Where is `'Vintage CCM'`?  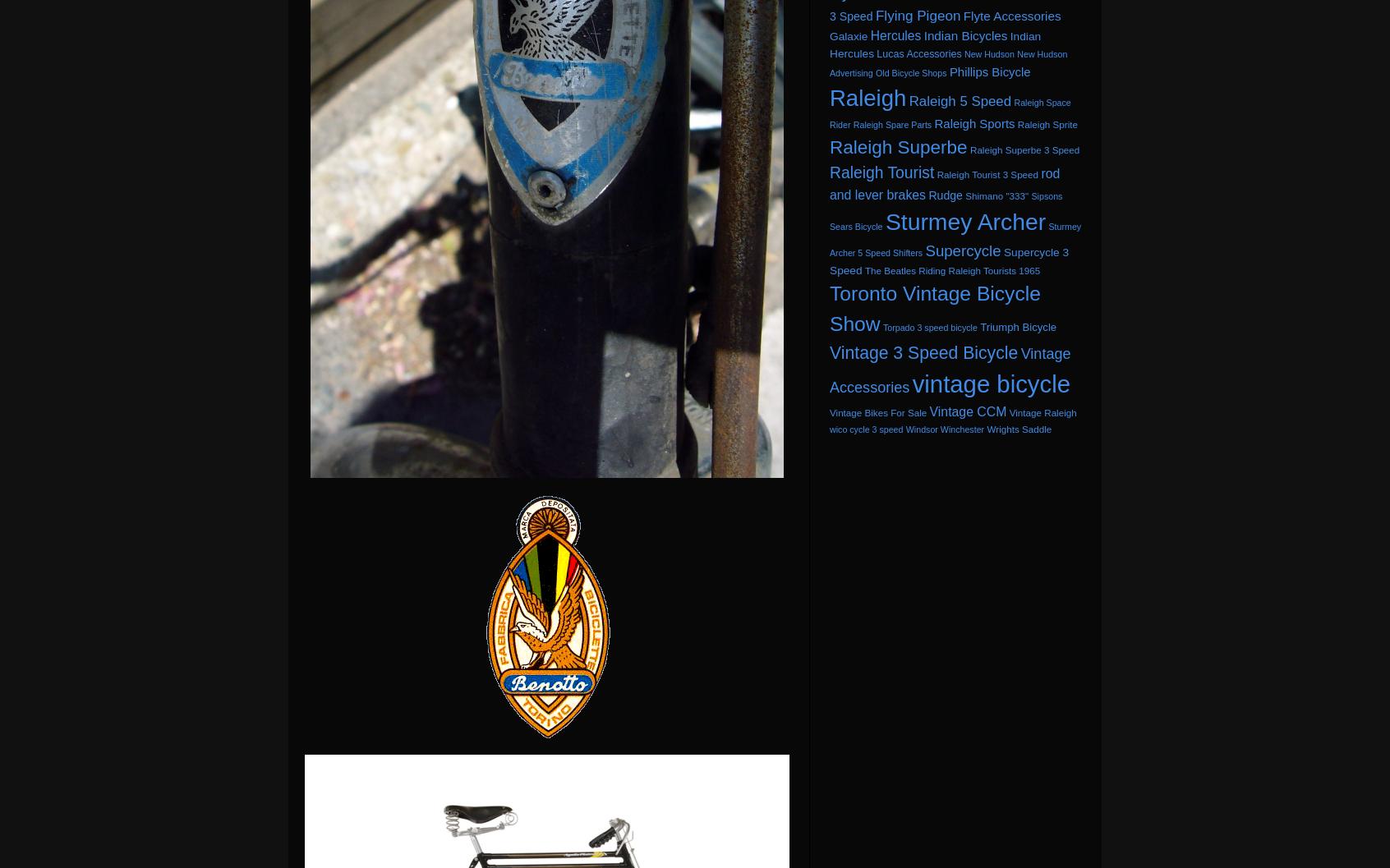 'Vintage CCM' is located at coordinates (966, 411).